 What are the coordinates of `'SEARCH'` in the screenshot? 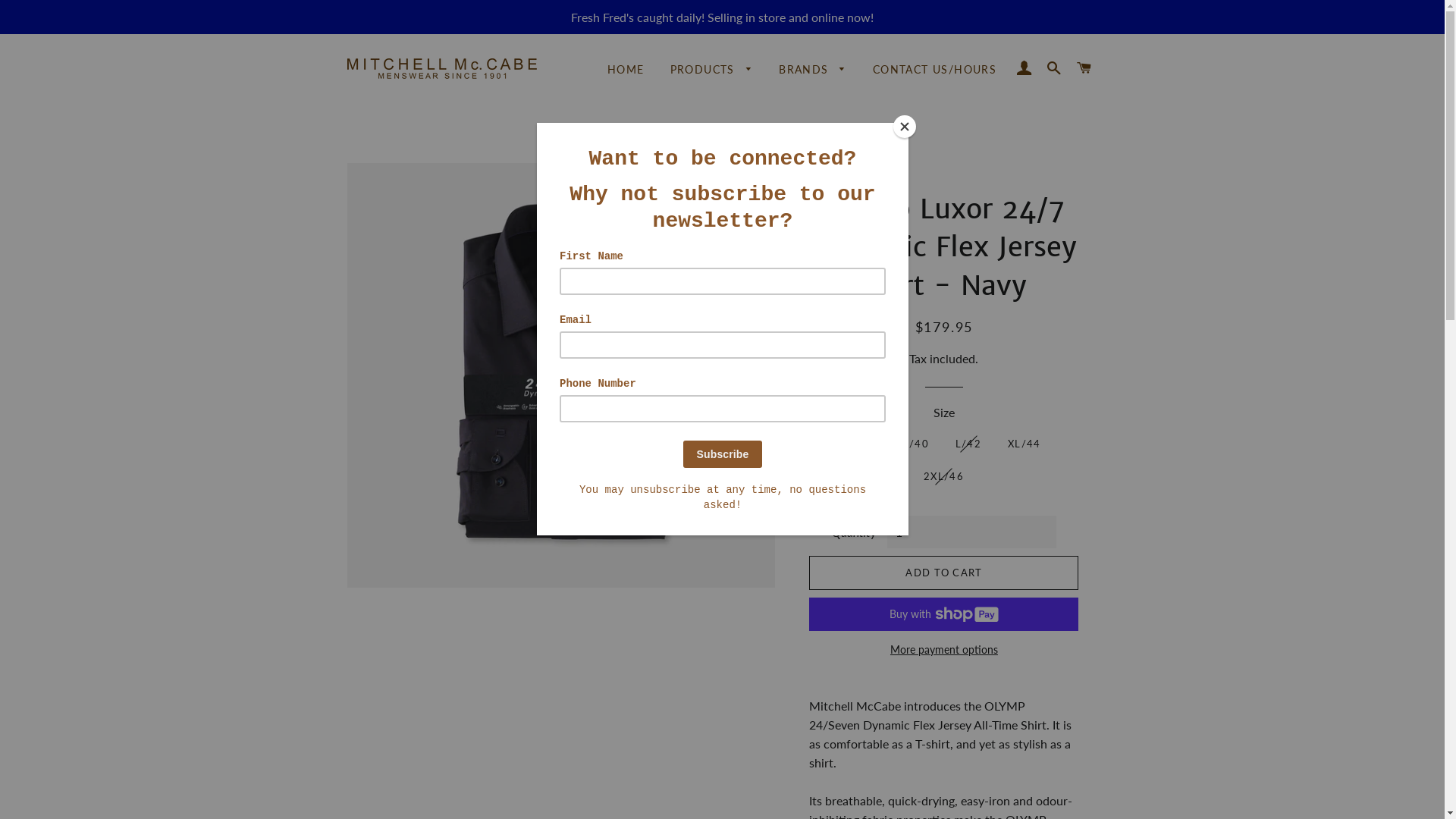 It's located at (1053, 67).